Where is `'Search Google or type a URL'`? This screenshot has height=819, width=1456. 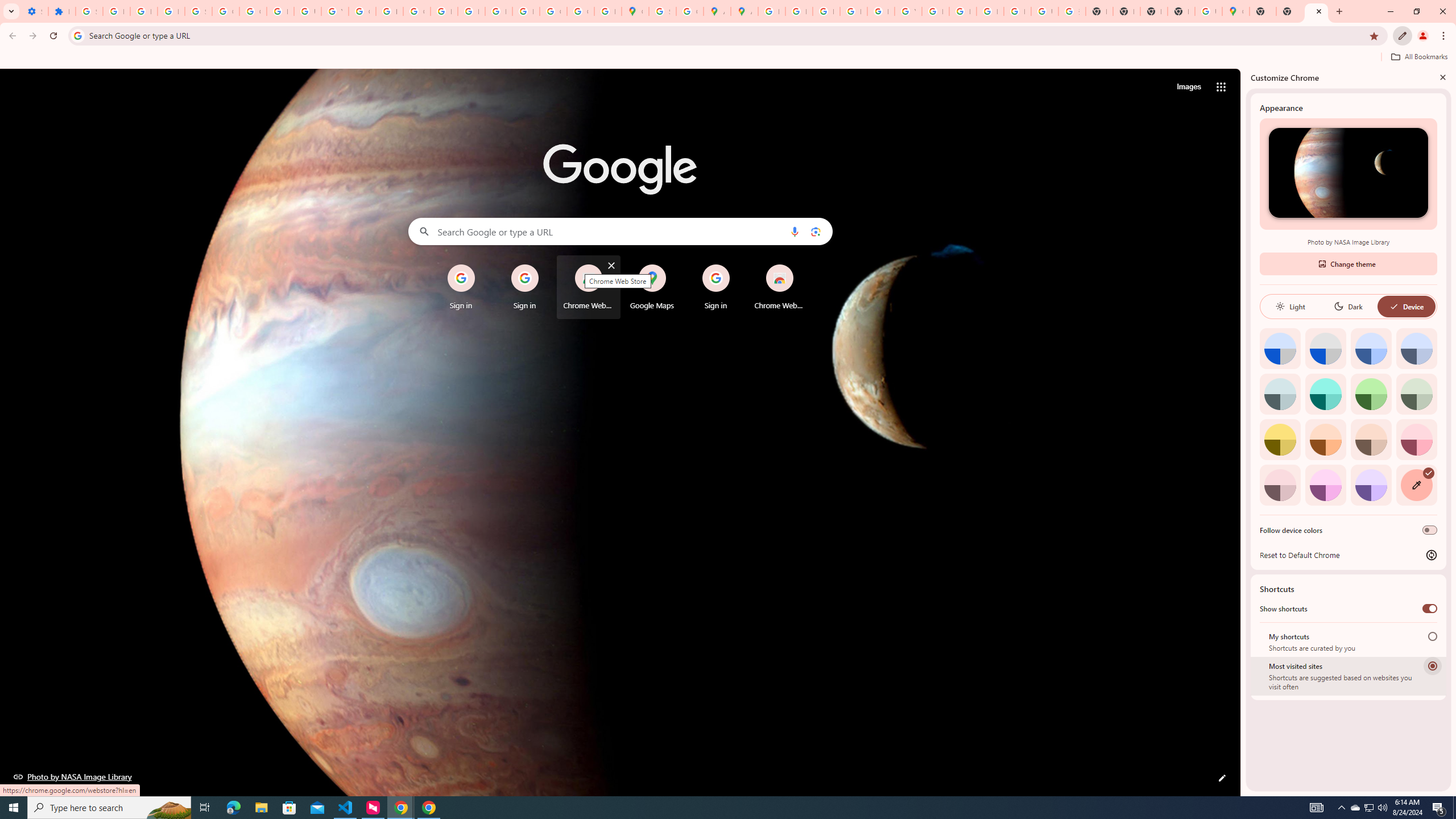
'Search Google or type a URL' is located at coordinates (619, 230).